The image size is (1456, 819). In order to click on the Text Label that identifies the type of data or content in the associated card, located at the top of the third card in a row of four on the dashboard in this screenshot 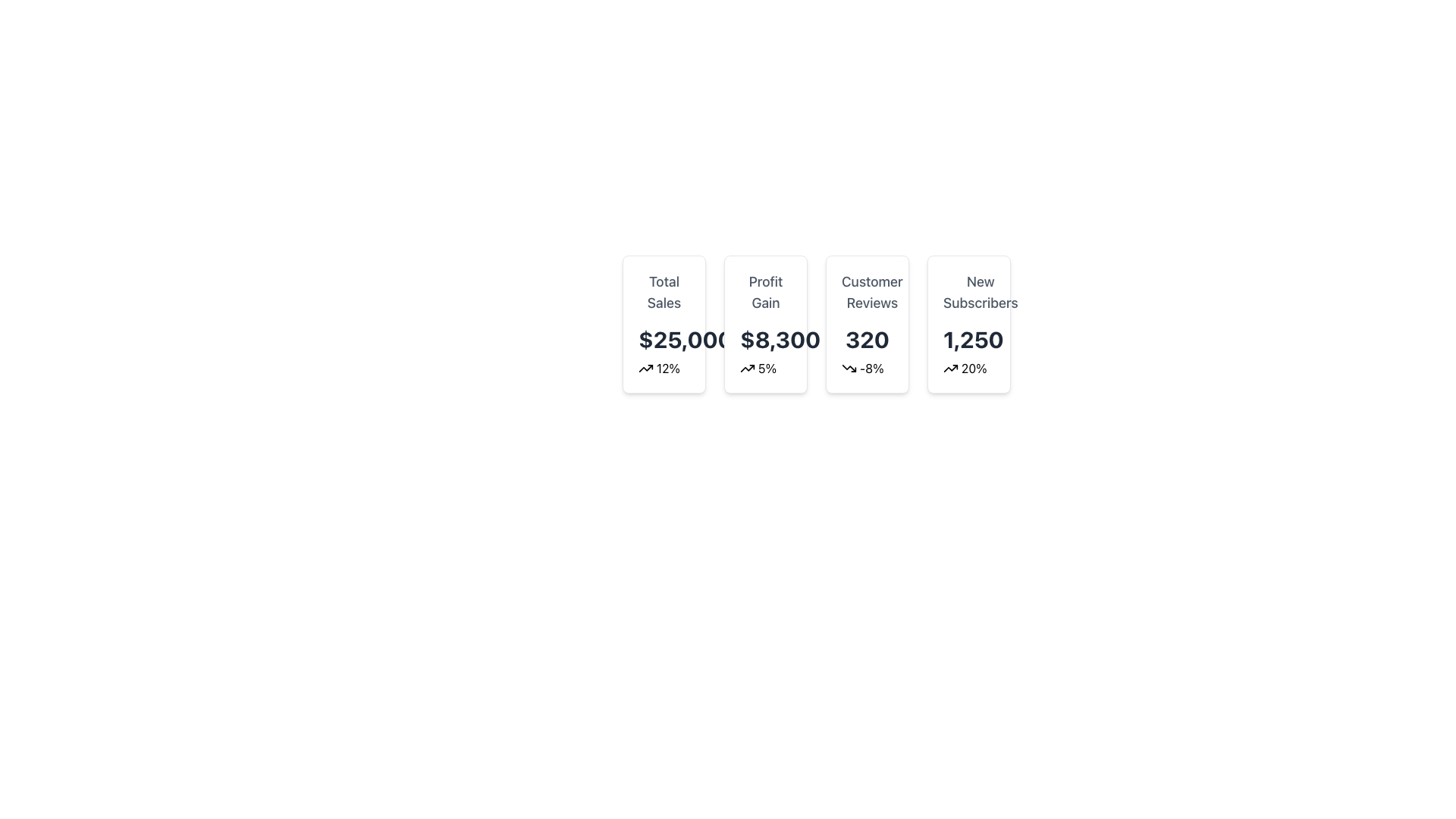, I will do `click(867, 292)`.